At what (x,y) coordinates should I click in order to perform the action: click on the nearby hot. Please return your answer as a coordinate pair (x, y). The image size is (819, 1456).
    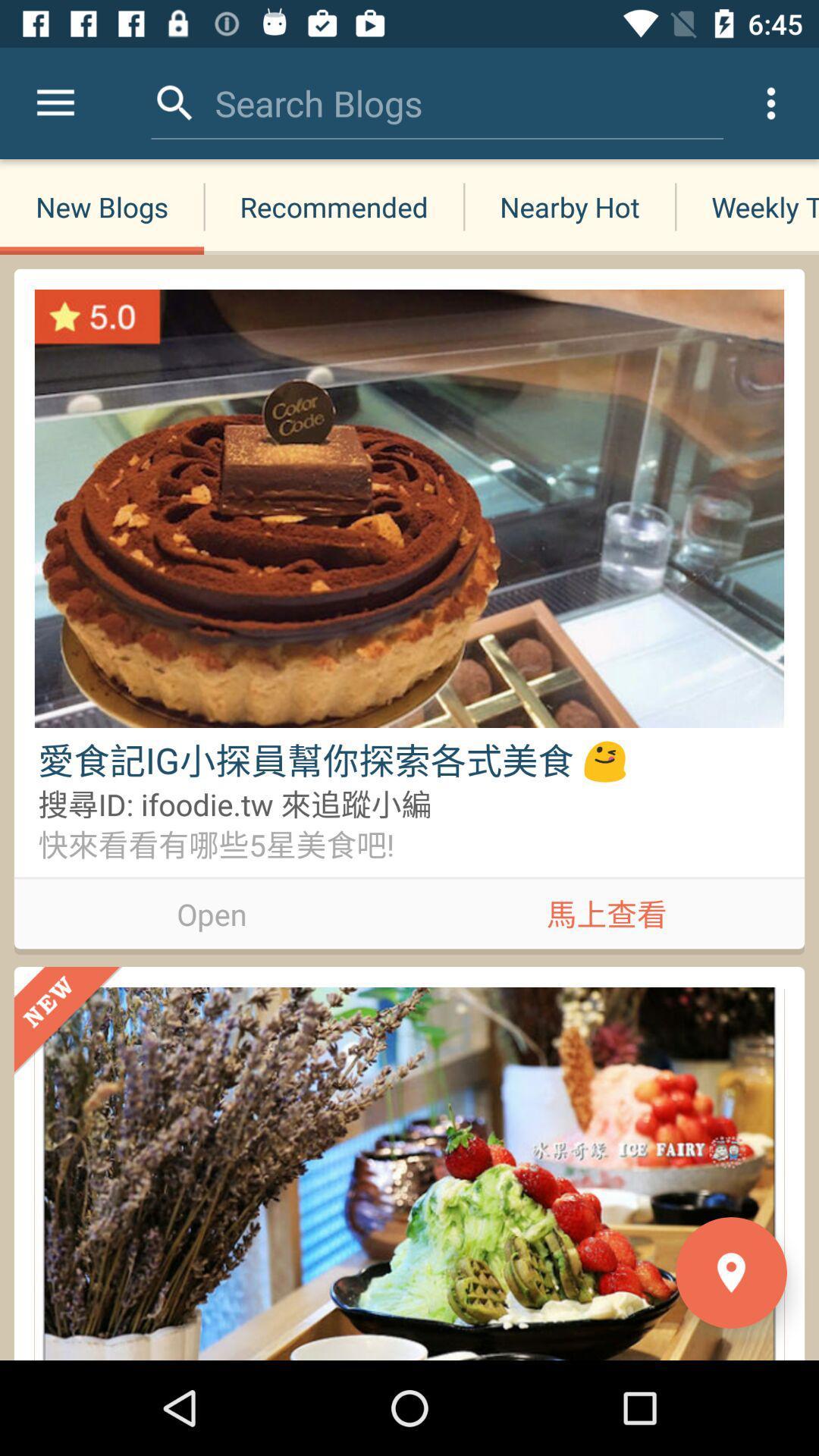
    Looking at the image, I should click on (570, 206).